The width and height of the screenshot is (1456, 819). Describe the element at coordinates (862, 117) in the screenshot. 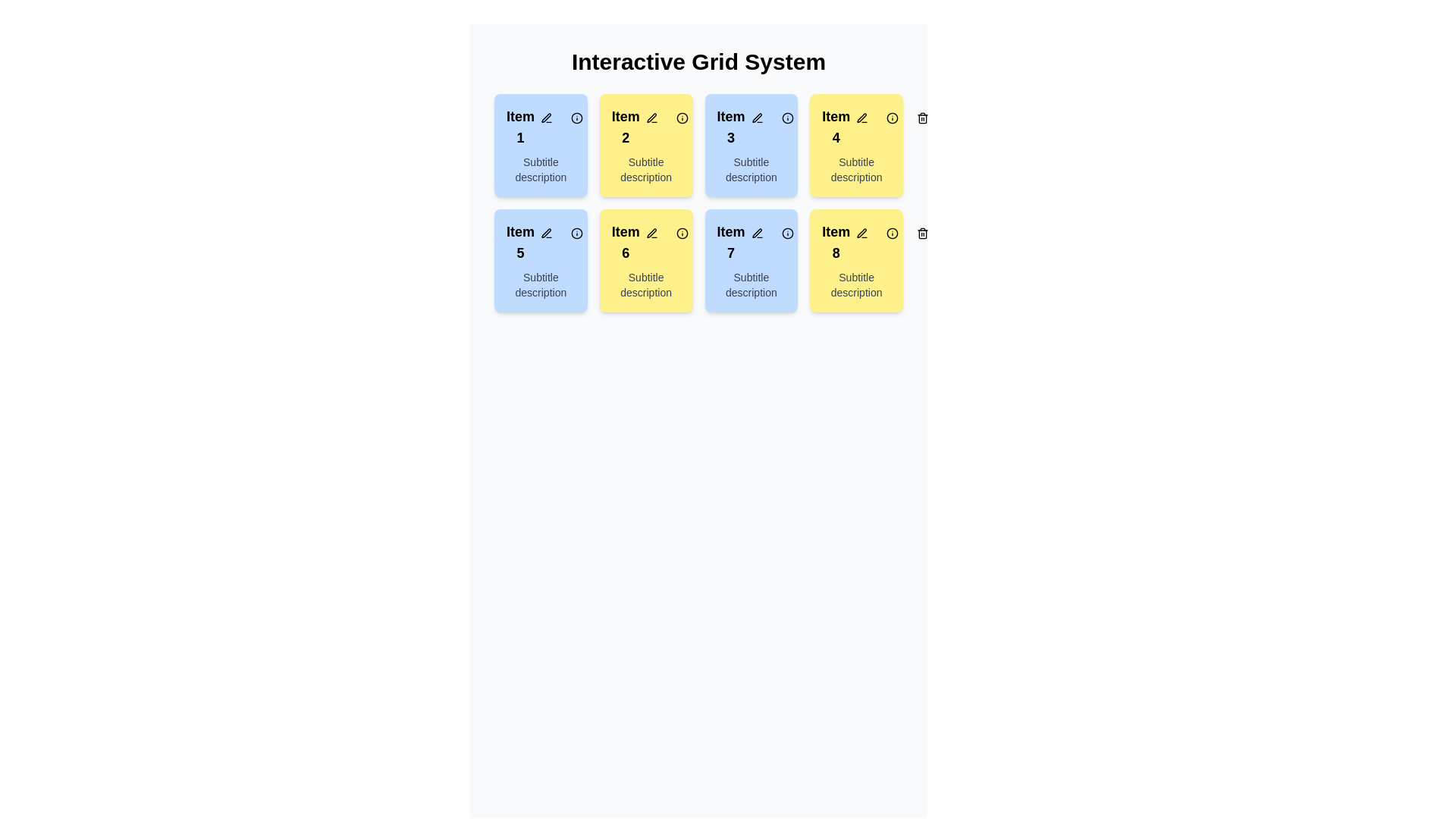

I see `the pencil icon located in the top-right corner of the yellow grid item labeled 'Item 4'` at that location.